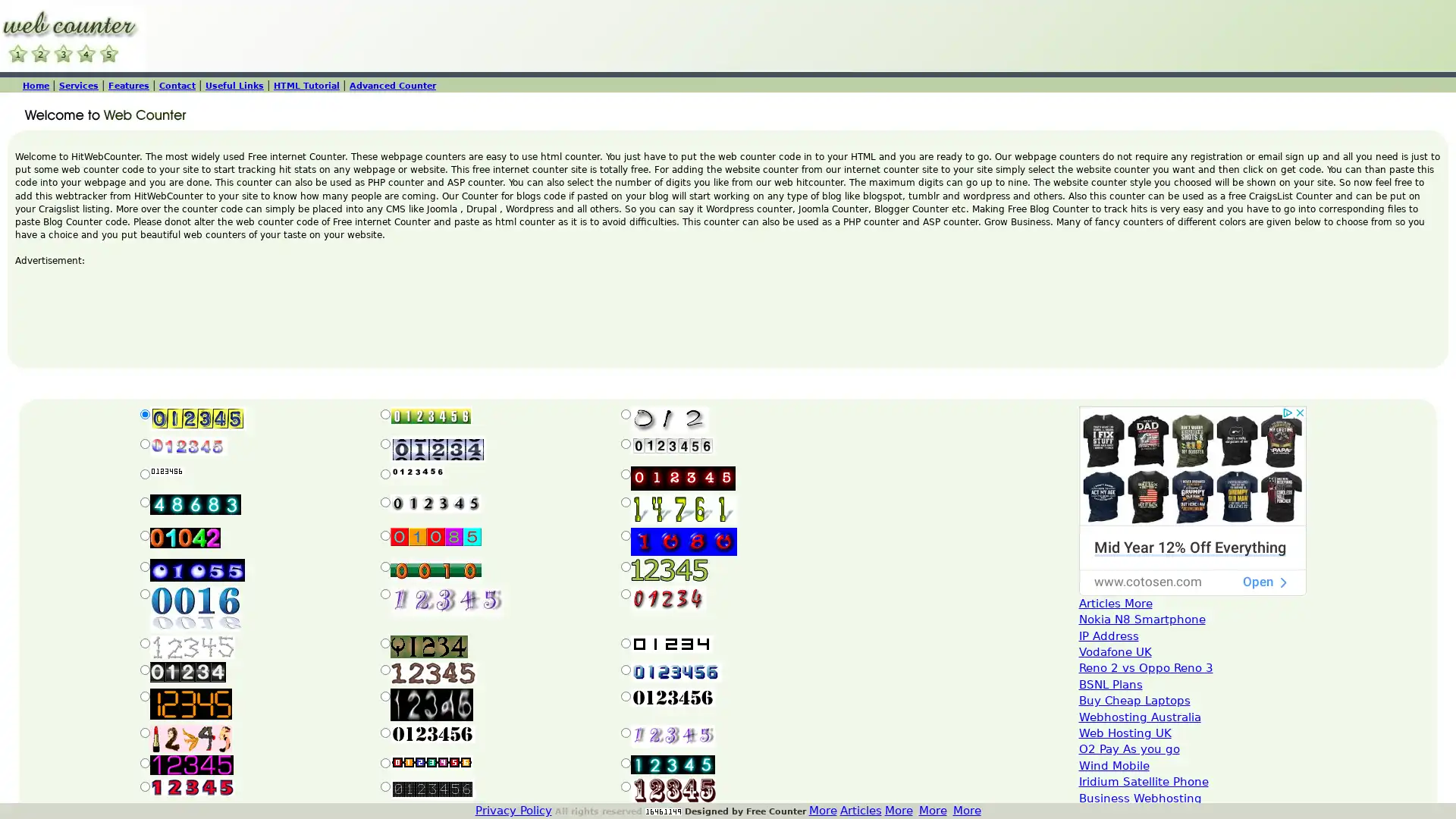 This screenshot has width=1456, height=819. What do you see at coordinates (184, 536) in the screenshot?
I see `Submit` at bounding box center [184, 536].